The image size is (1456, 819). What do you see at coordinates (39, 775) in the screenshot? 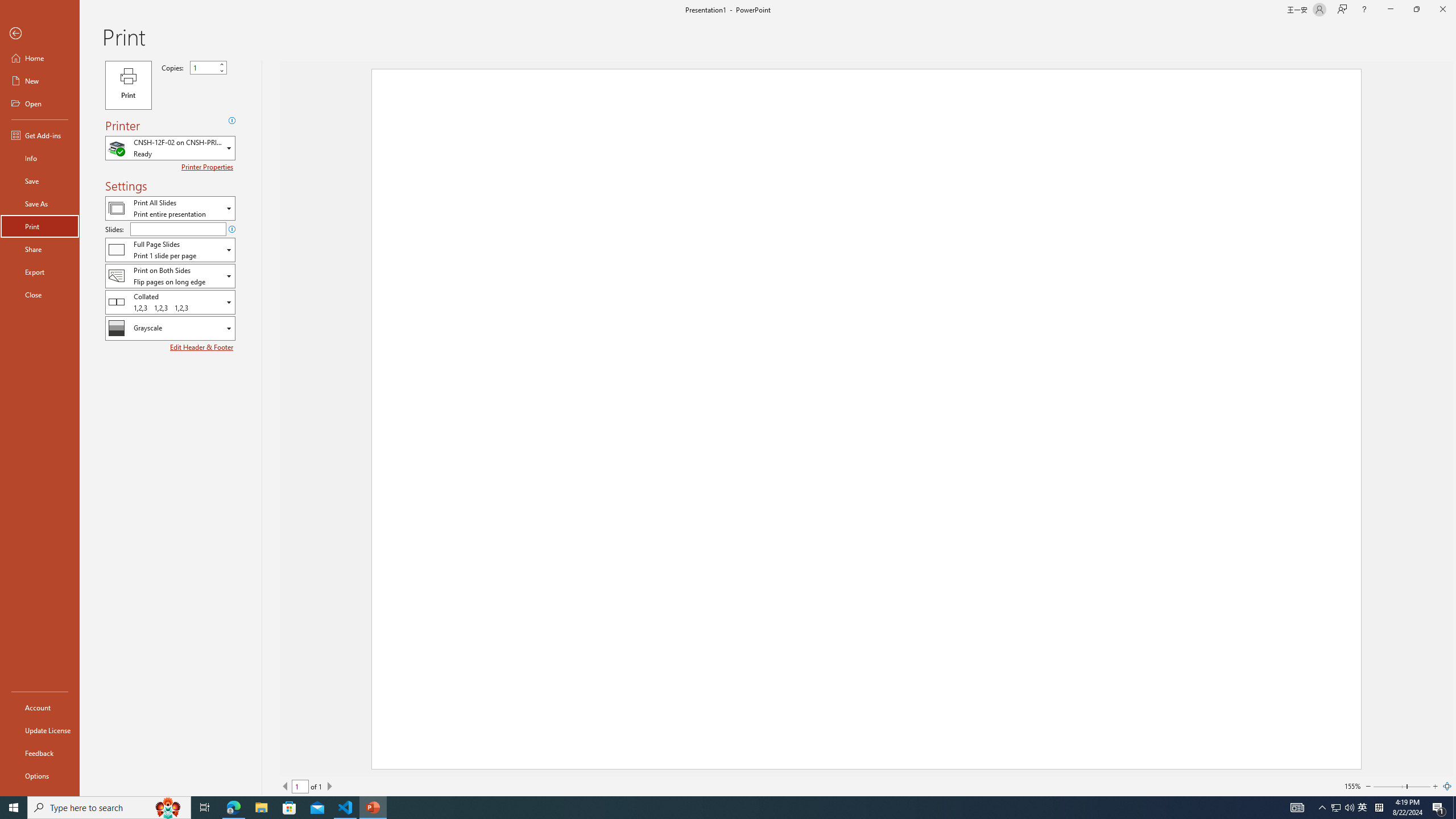
I see `'Options'` at bounding box center [39, 775].